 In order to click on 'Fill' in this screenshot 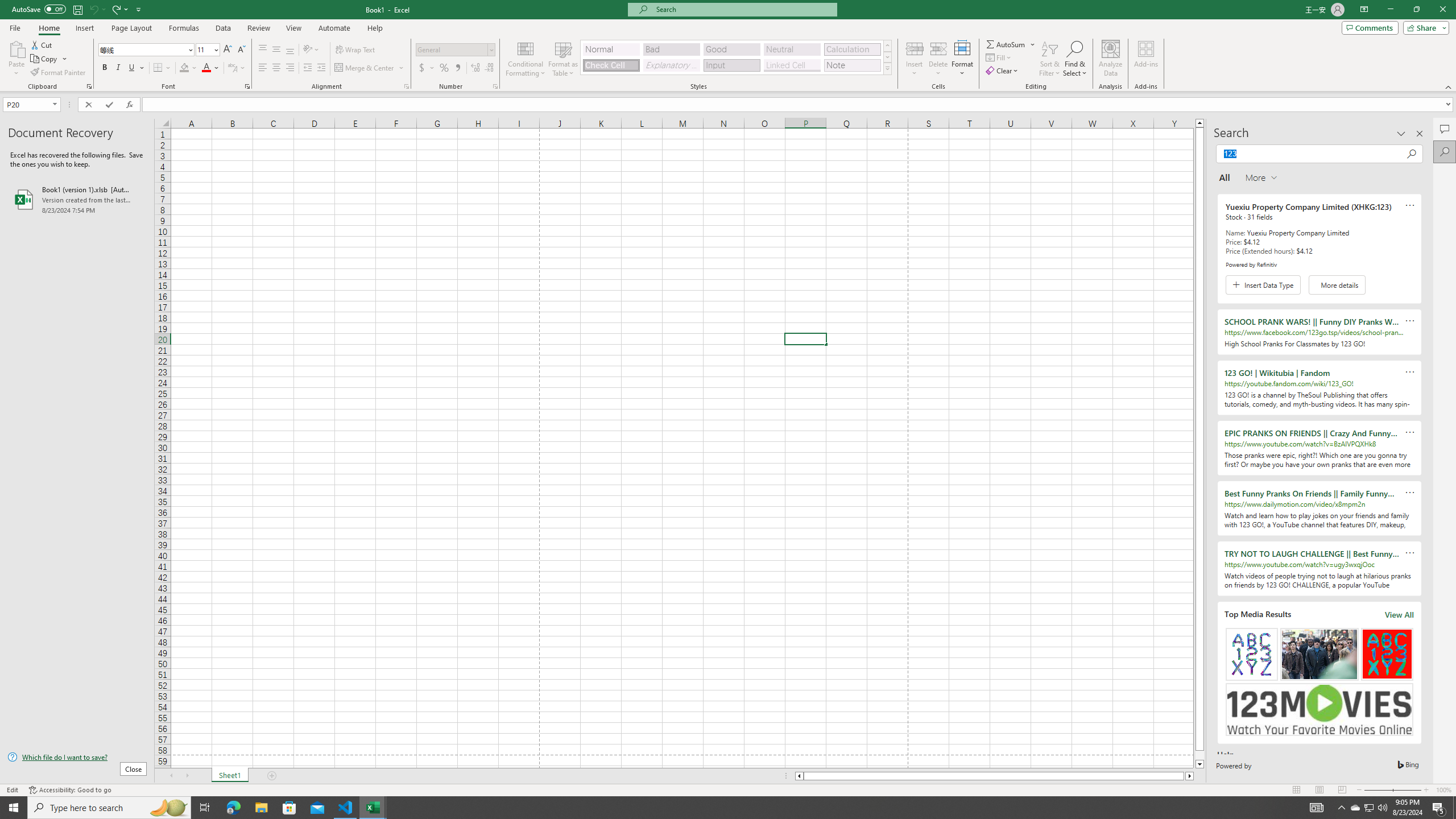, I will do `click(999, 56)`.